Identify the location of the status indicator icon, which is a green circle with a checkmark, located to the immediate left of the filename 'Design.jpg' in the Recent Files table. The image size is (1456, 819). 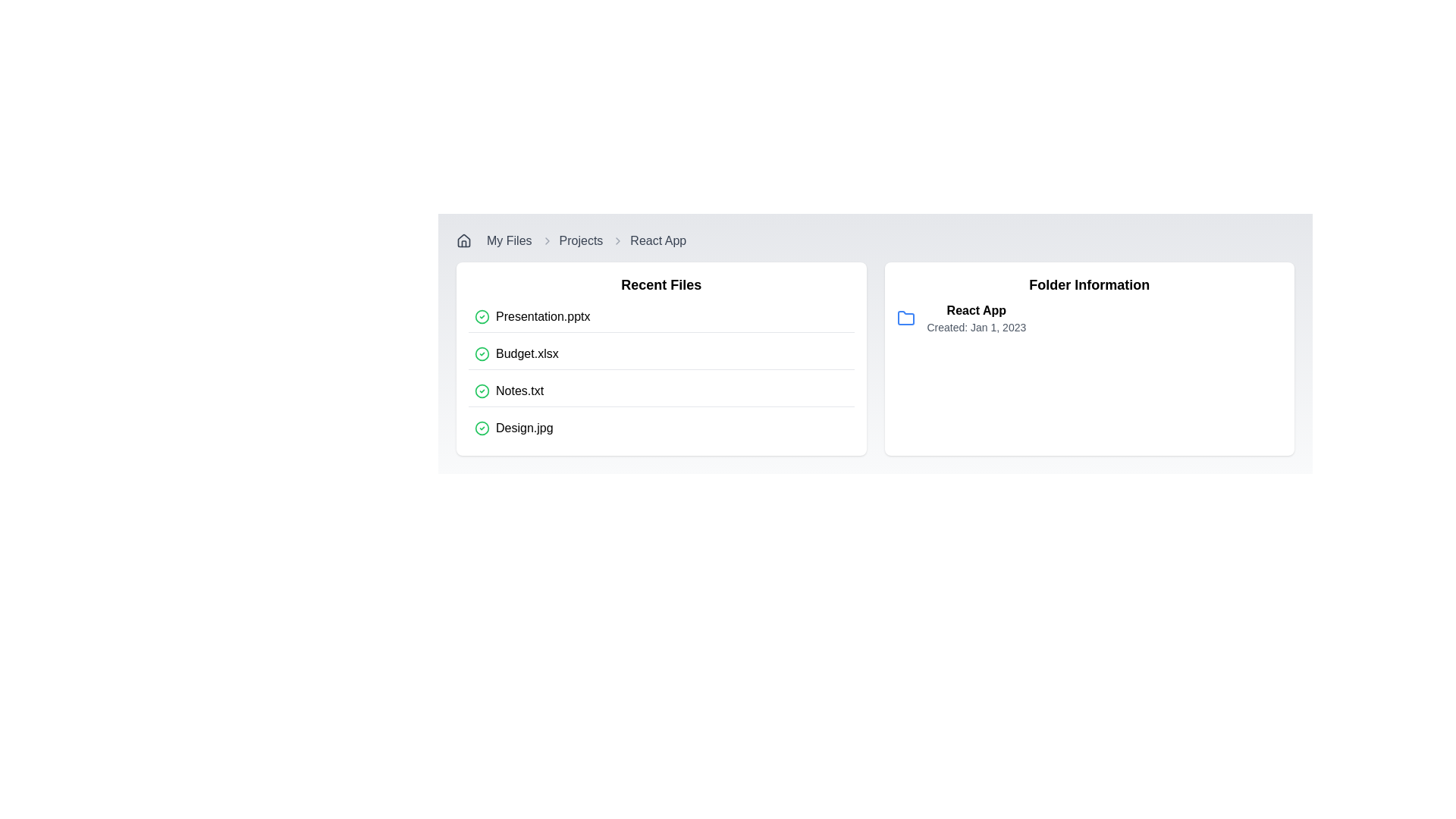
(481, 428).